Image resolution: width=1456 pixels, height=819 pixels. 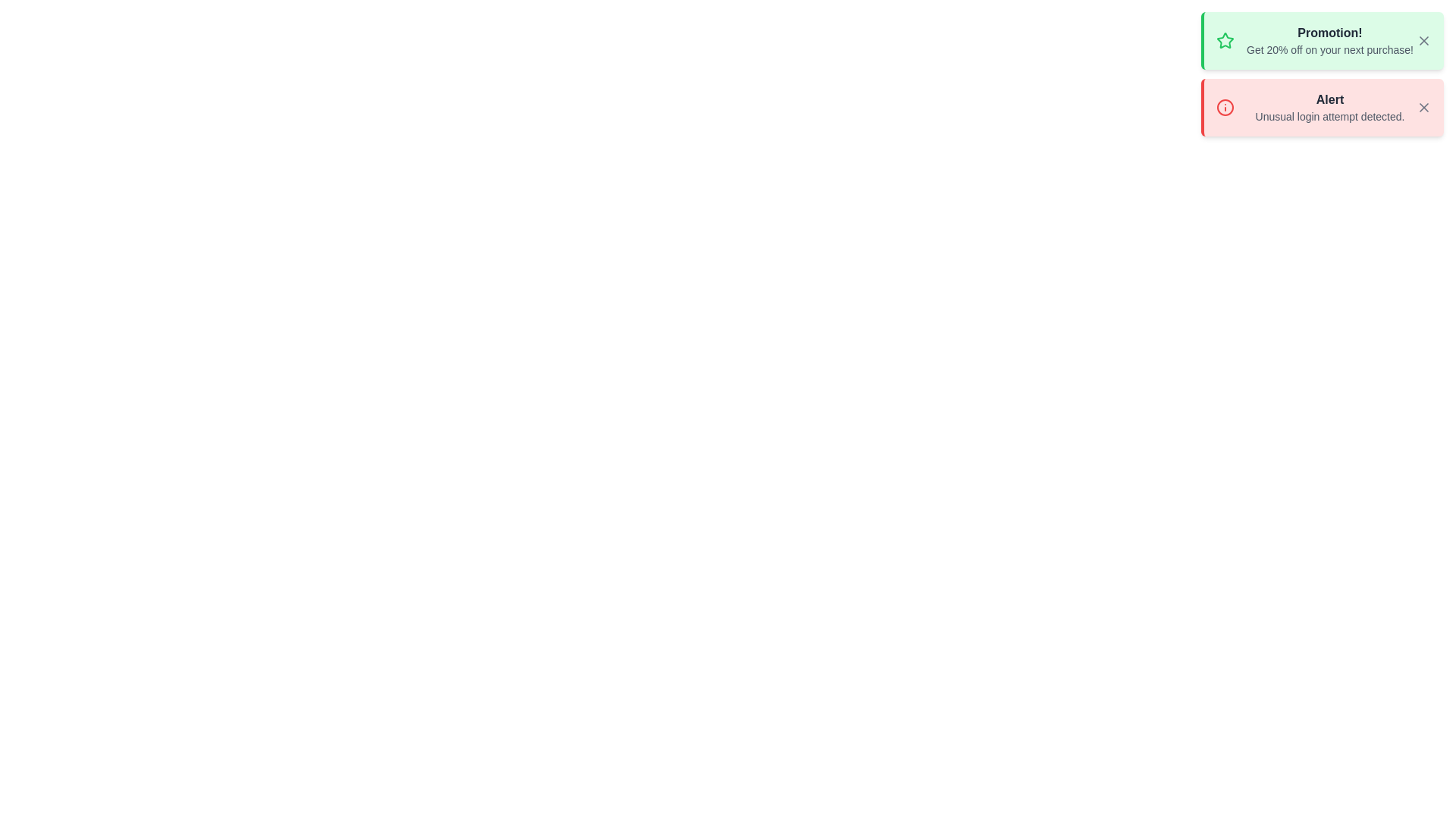 I want to click on the close button located at the top-right corner of the green notification box titled 'Promotion!' to observe a styling change, so click(x=1423, y=40).